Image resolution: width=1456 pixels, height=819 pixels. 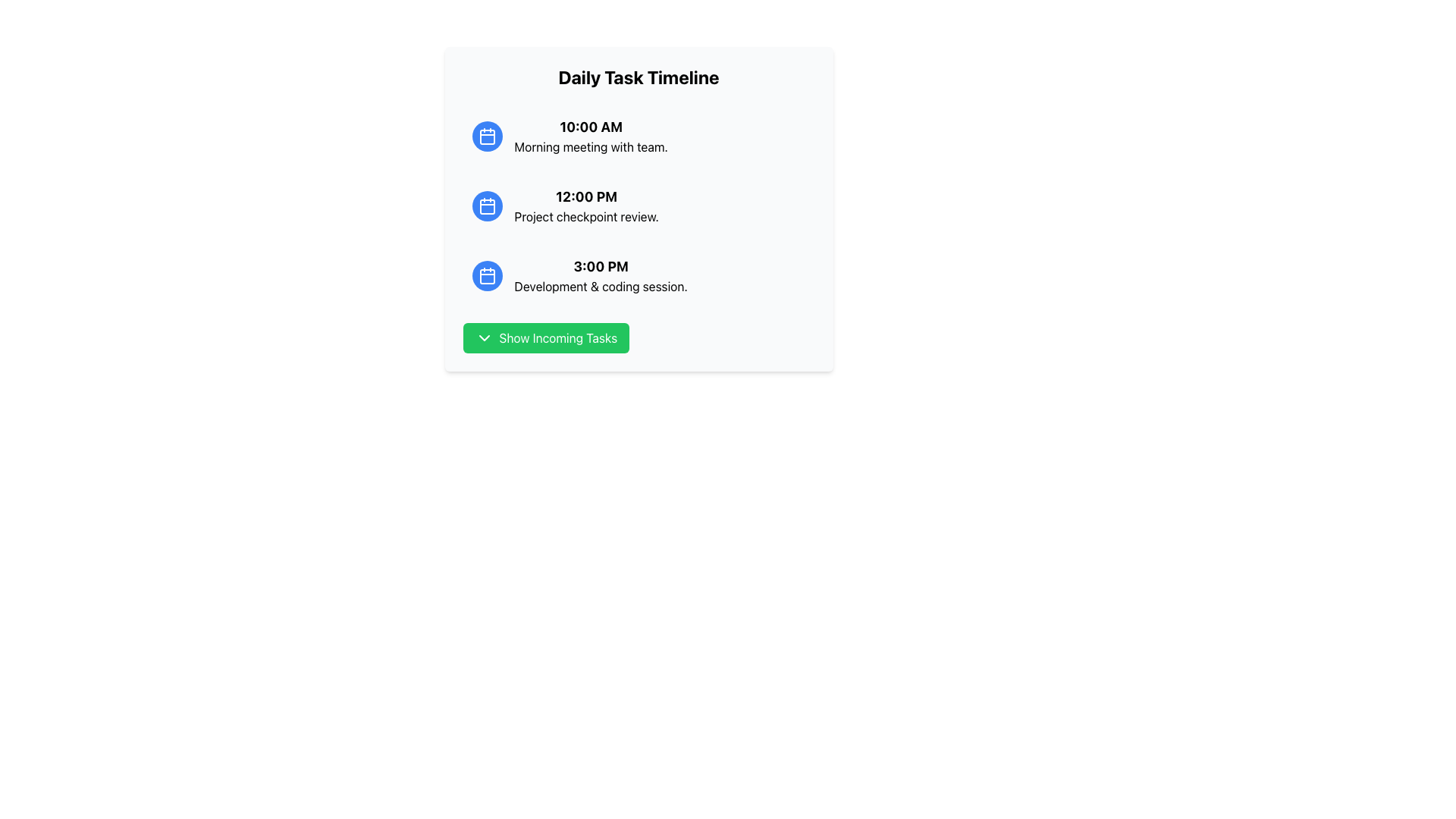 What do you see at coordinates (590, 136) in the screenshot?
I see `contents of the text block displaying '10:00 AM' and 'Morning meeting with team.' which is the first item in the vertical list under 'Daily Task Timeline'` at bounding box center [590, 136].